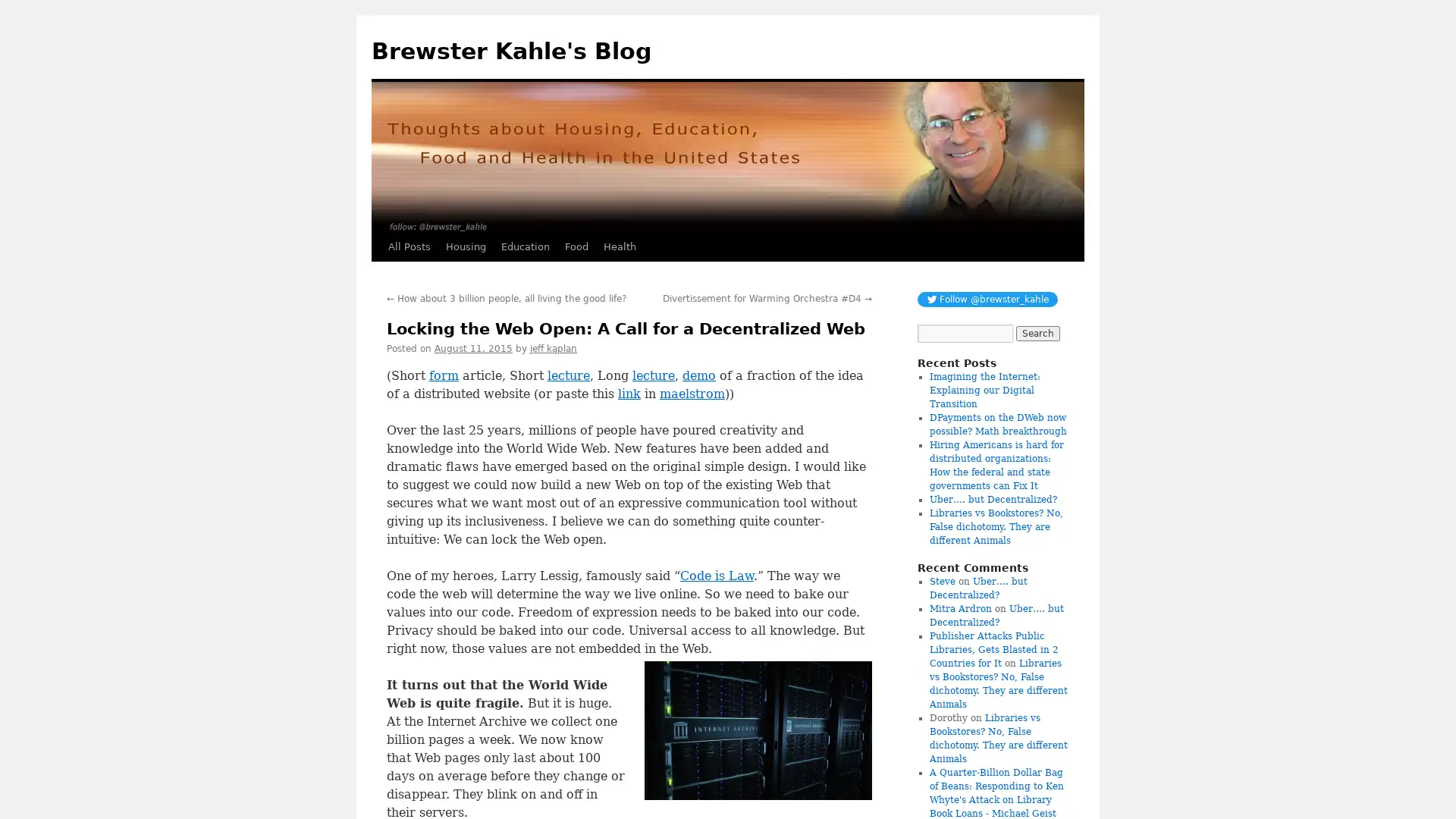  What do you see at coordinates (1037, 332) in the screenshot?
I see `Search` at bounding box center [1037, 332].